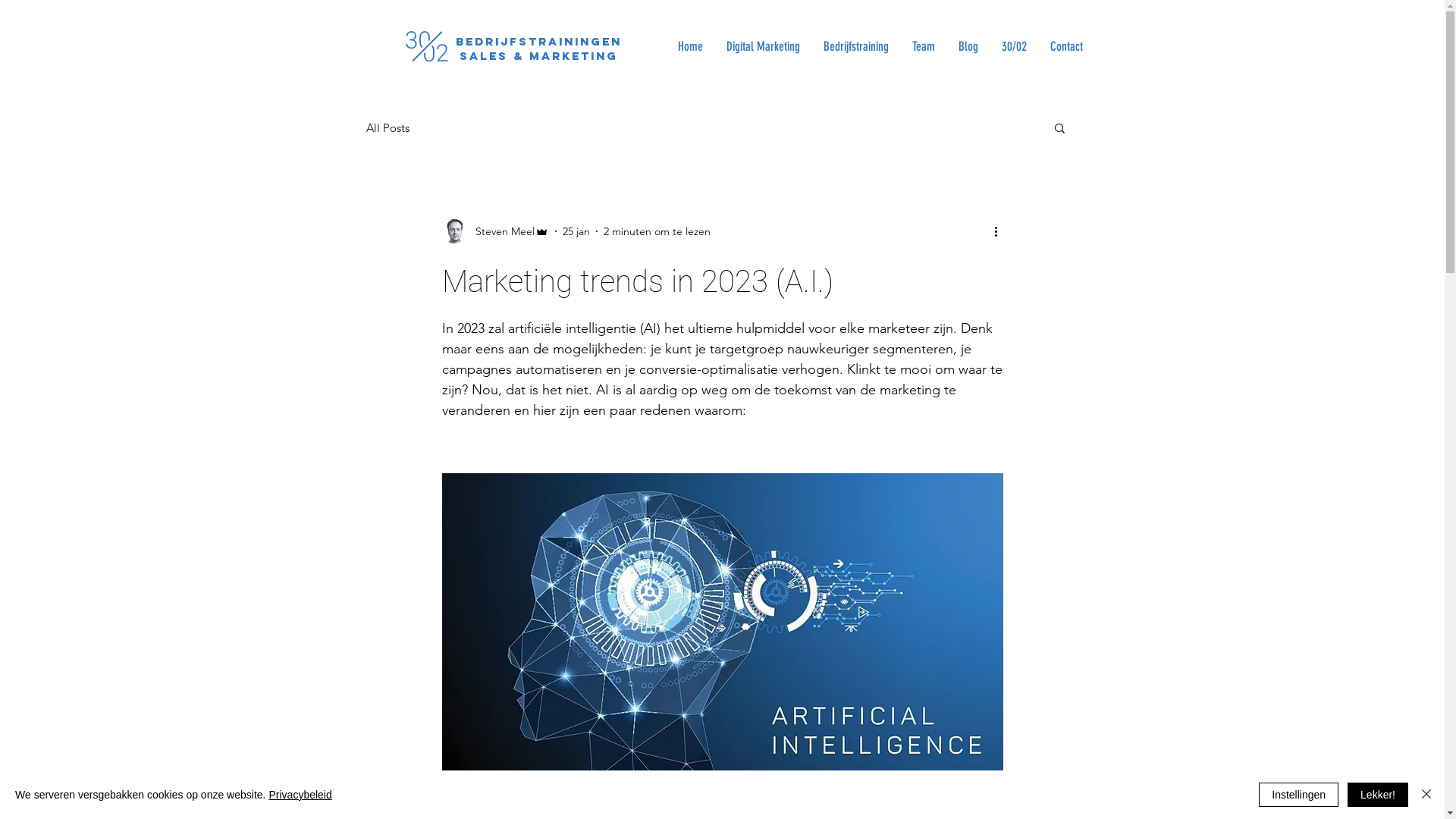  I want to click on 'Bedrijfstrainingen, so click(538, 48).